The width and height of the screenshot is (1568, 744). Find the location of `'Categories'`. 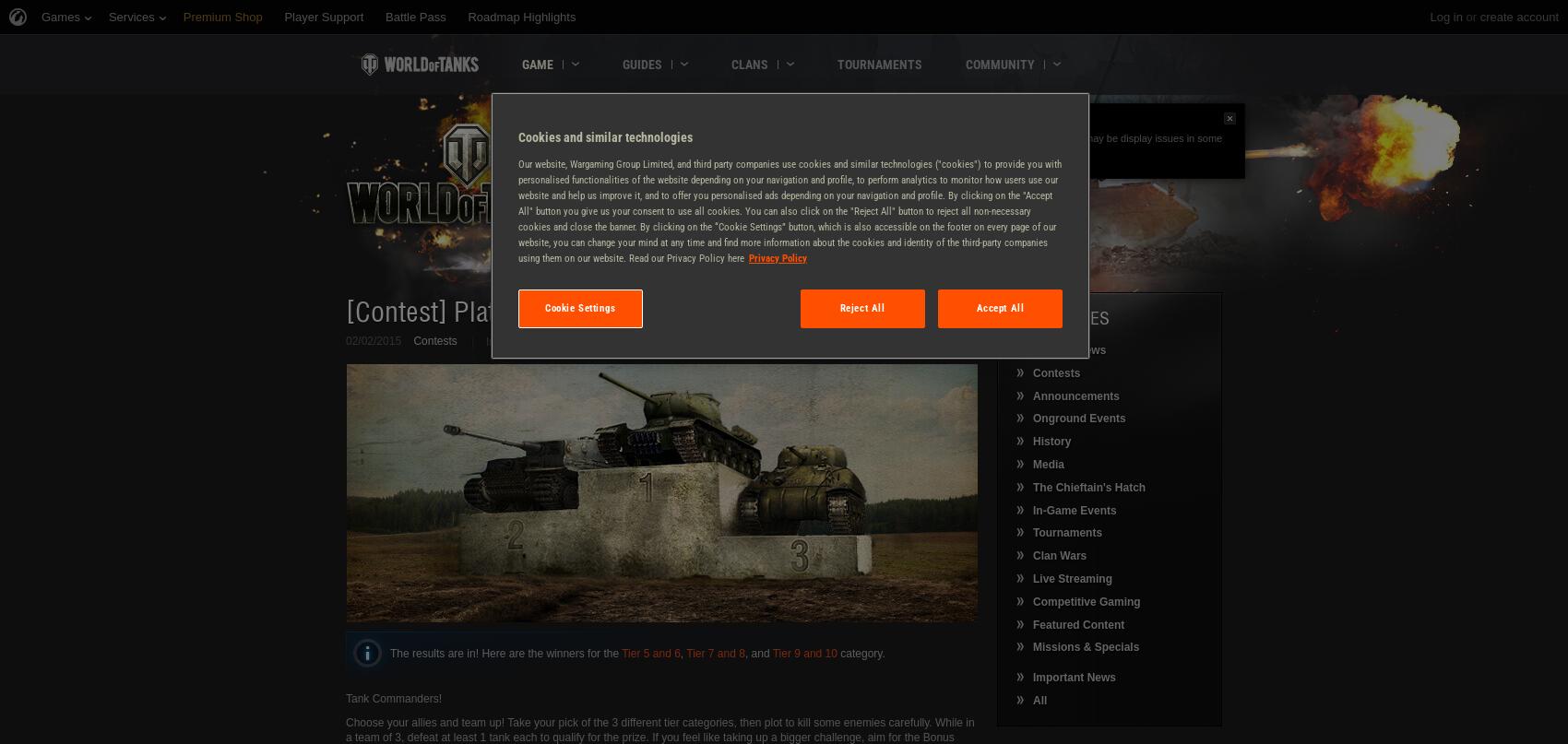

'Categories' is located at coordinates (1062, 317).